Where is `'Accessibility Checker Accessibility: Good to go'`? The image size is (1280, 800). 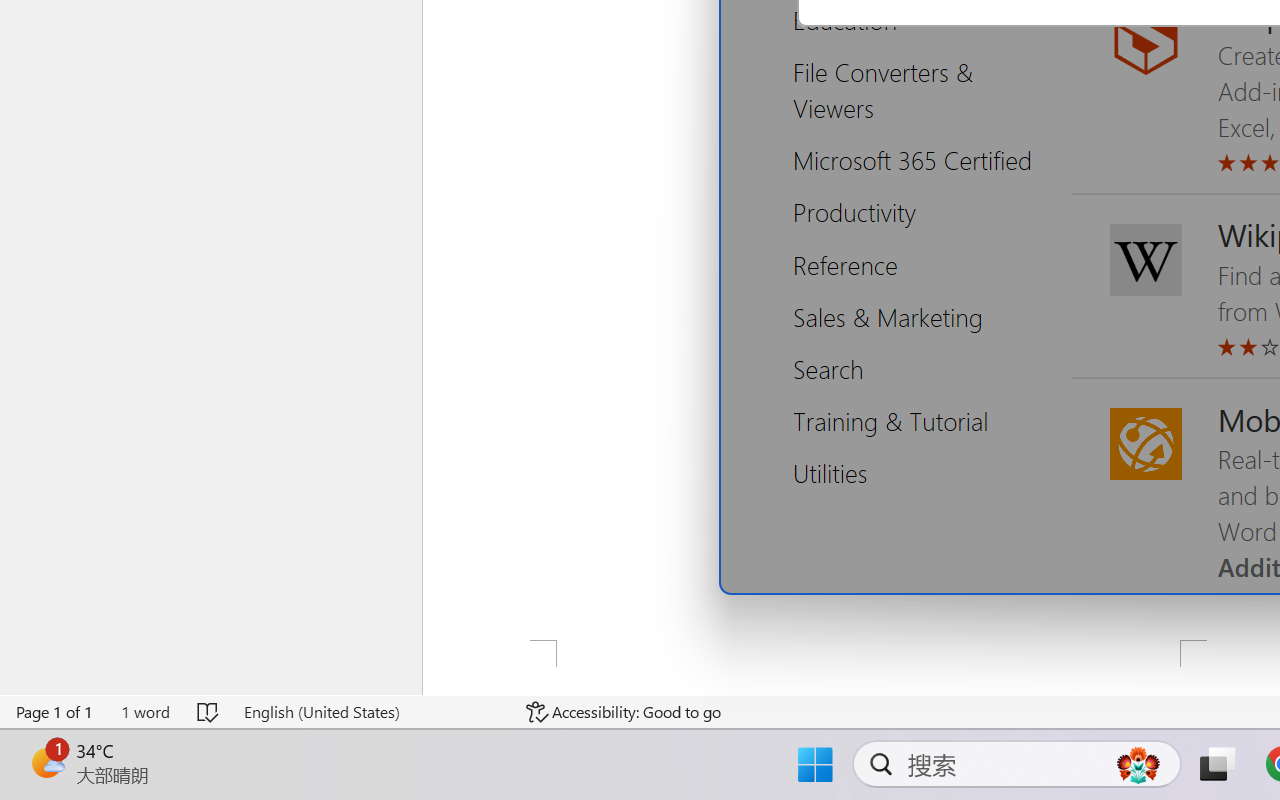 'Accessibility Checker Accessibility: Good to go' is located at coordinates (623, 711).